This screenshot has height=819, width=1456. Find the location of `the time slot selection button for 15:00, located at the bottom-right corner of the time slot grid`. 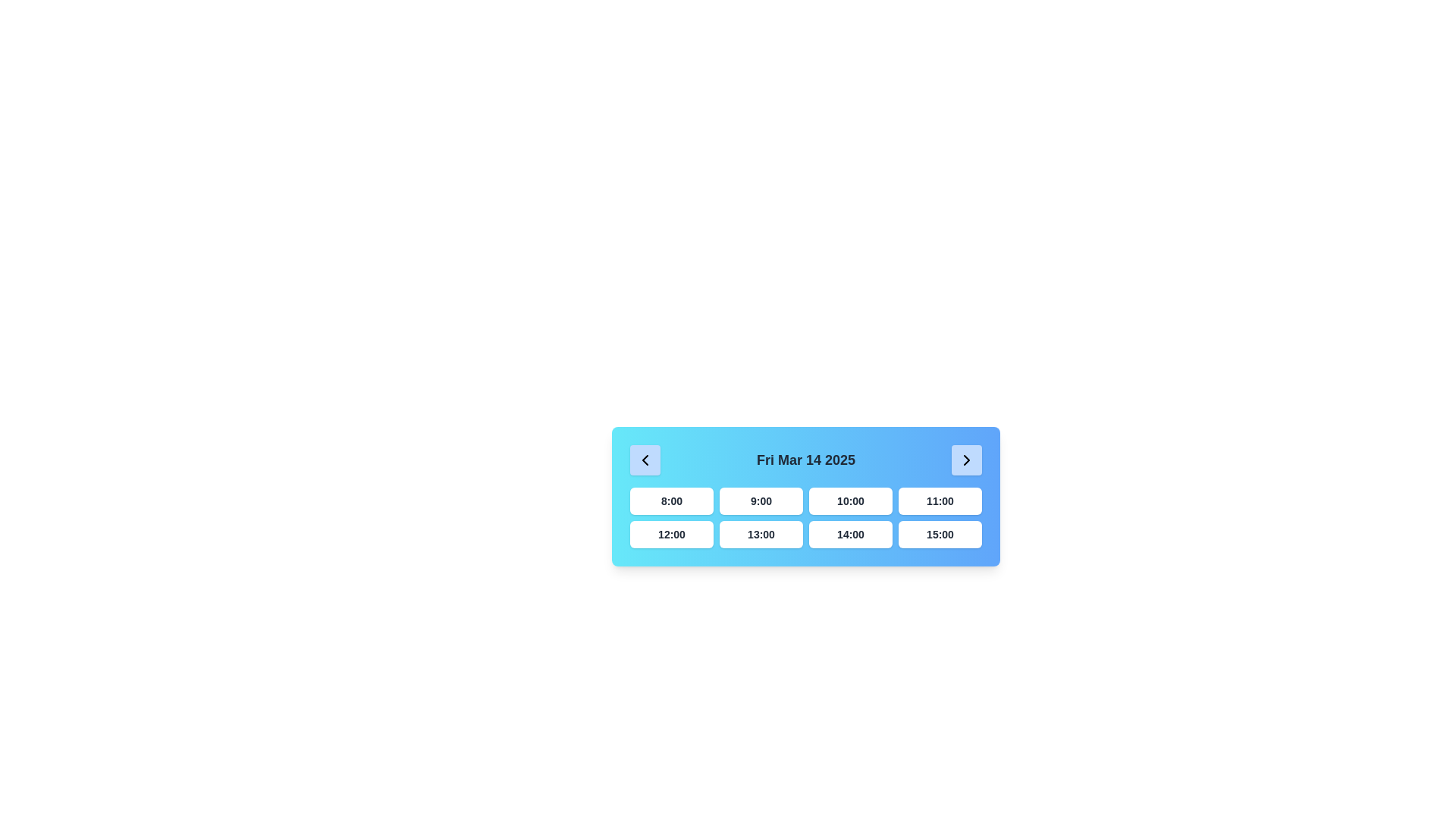

the time slot selection button for 15:00, located at the bottom-right corner of the time slot grid is located at coordinates (939, 534).